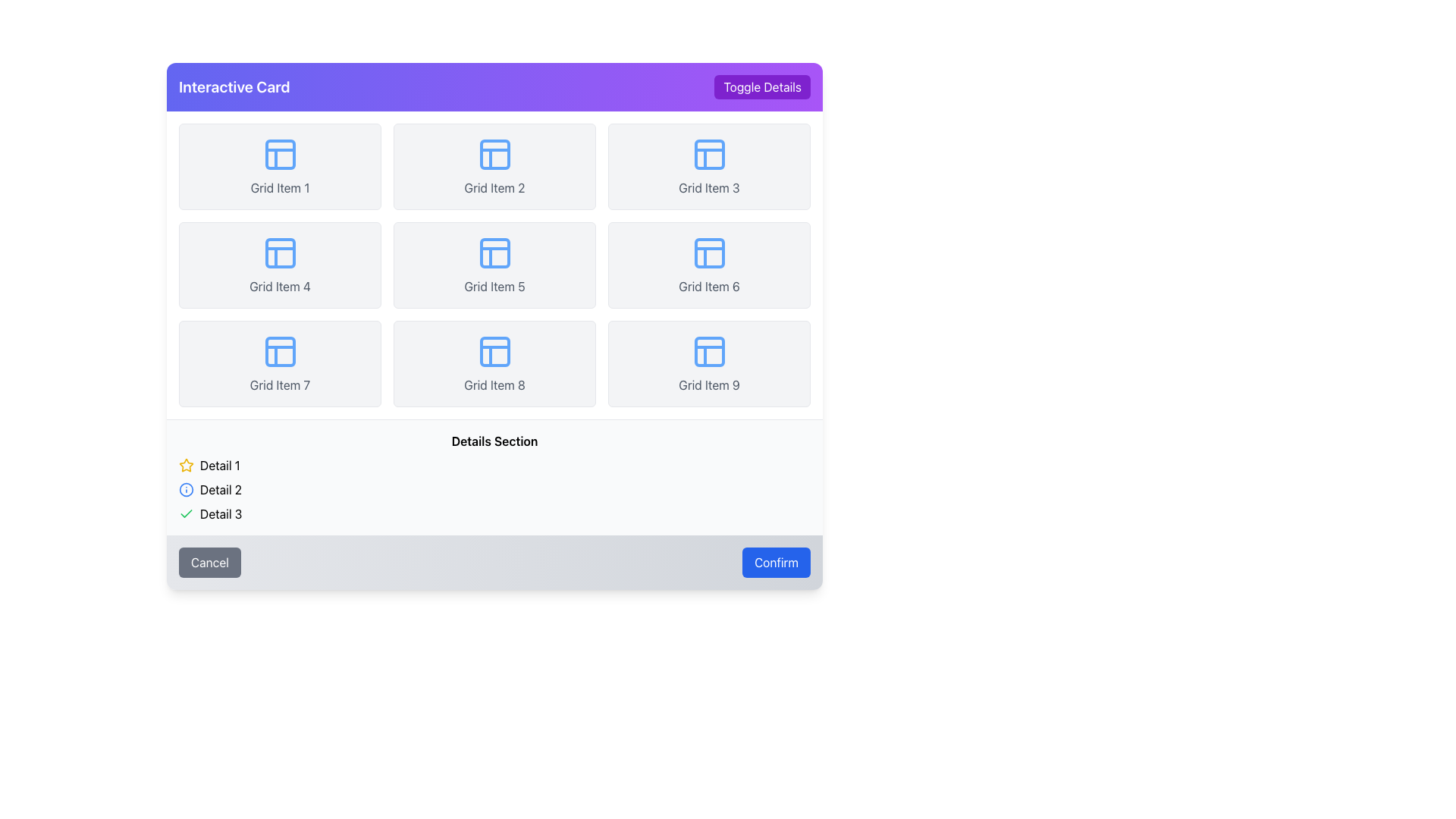 The height and width of the screenshot is (819, 1456). I want to click on the small rectangular shape within the icon of 'Grid Item 8' located in the upper-left quadrant, so click(494, 351).